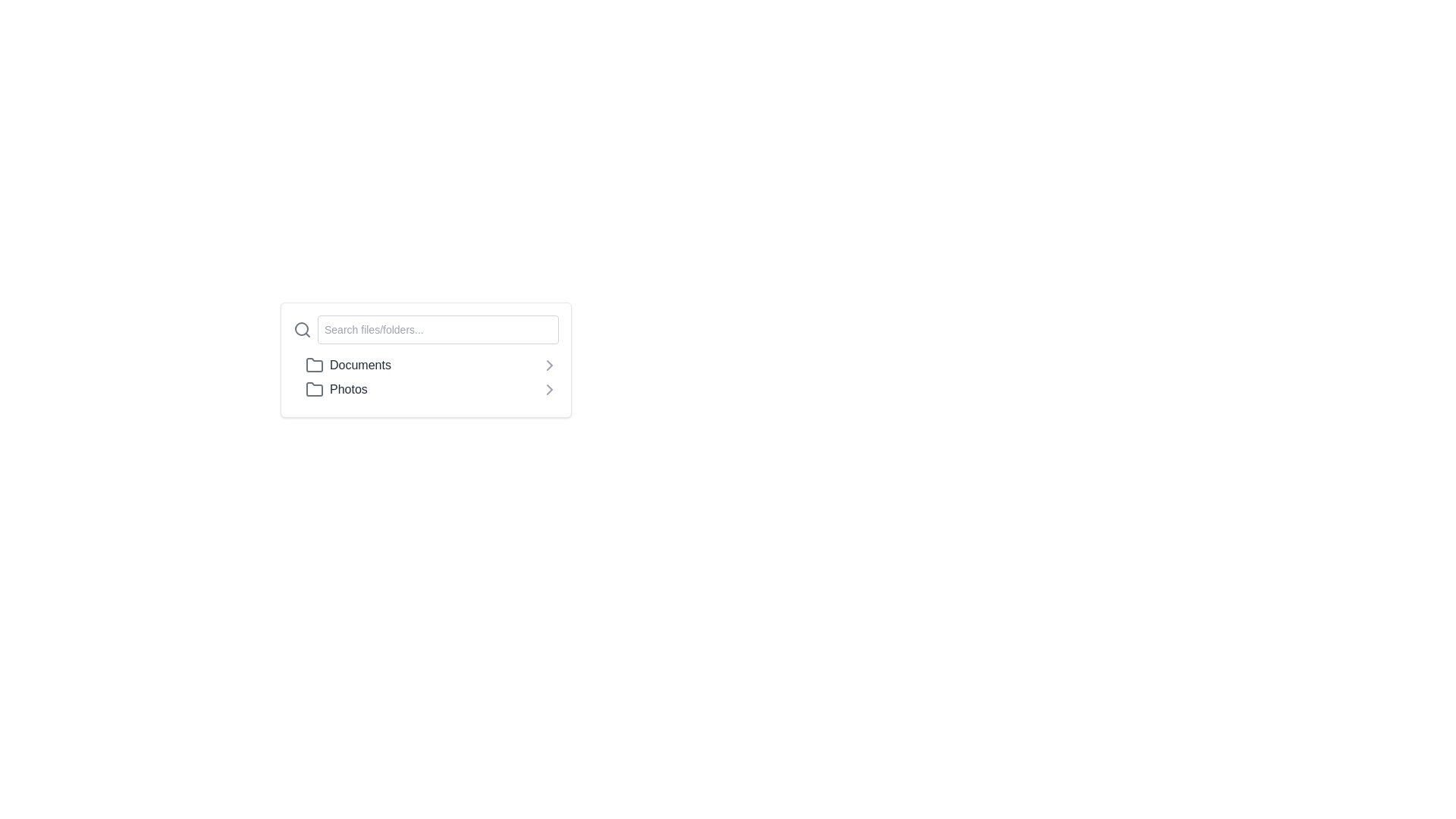 The image size is (1456, 819). What do you see at coordinates (302, 328) in the screenshot?
I see `the circular icon with a thin border at the center of the magnifying glass shape in the search icon, located in the top-left corner of the search bar` at bounding box center [302, 328].